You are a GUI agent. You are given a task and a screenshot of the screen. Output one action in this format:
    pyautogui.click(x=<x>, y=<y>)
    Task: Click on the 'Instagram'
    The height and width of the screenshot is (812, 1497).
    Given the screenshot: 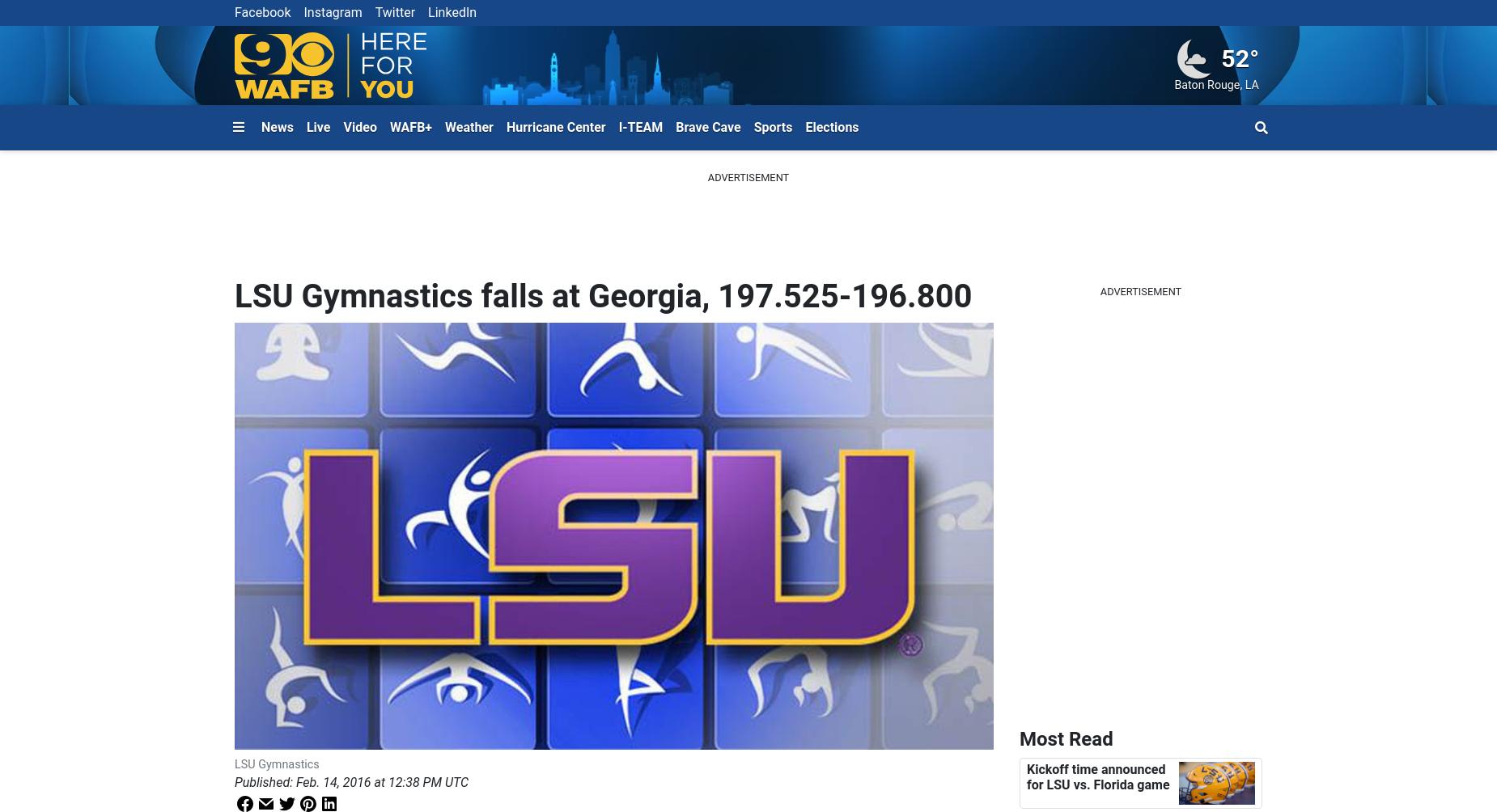 What is the action you would take?
    pyautogui.click(x=332, y=12)
    